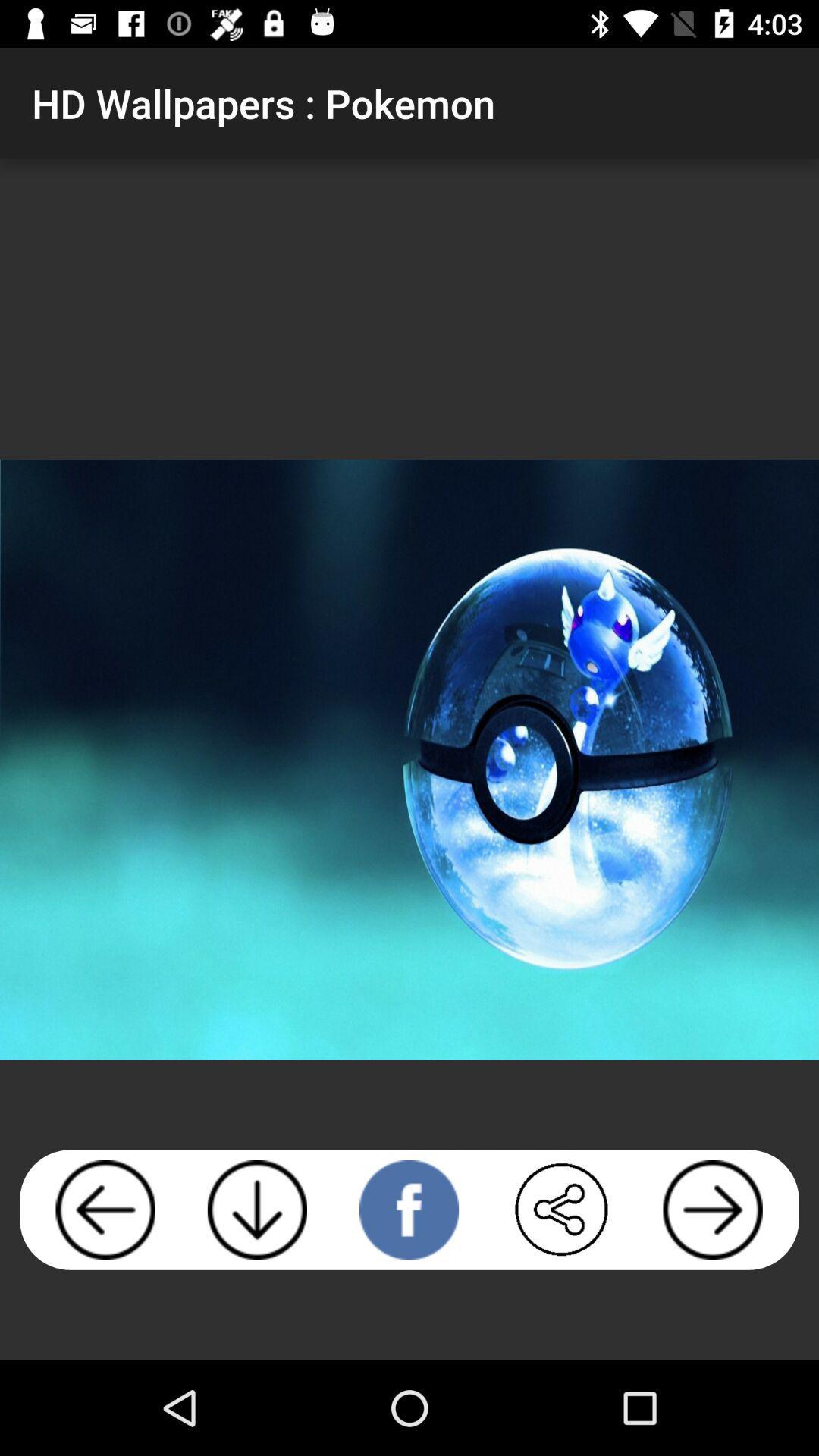 The image size is (819, 1456). I want to click on the arrow_backward icon, so click(105, 1209).